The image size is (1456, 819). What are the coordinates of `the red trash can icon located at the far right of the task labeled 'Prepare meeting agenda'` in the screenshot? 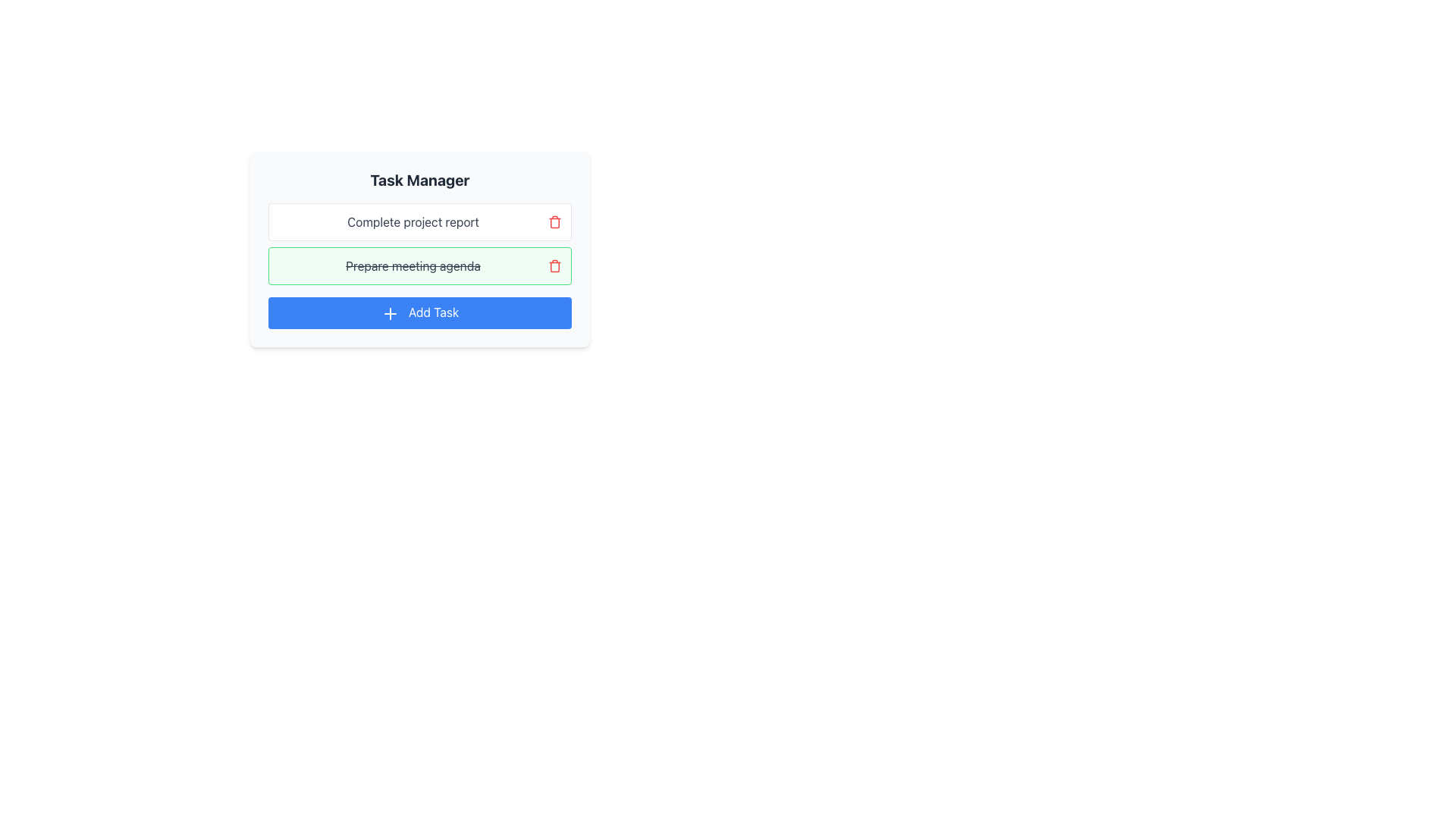 It's located at (554, 222).